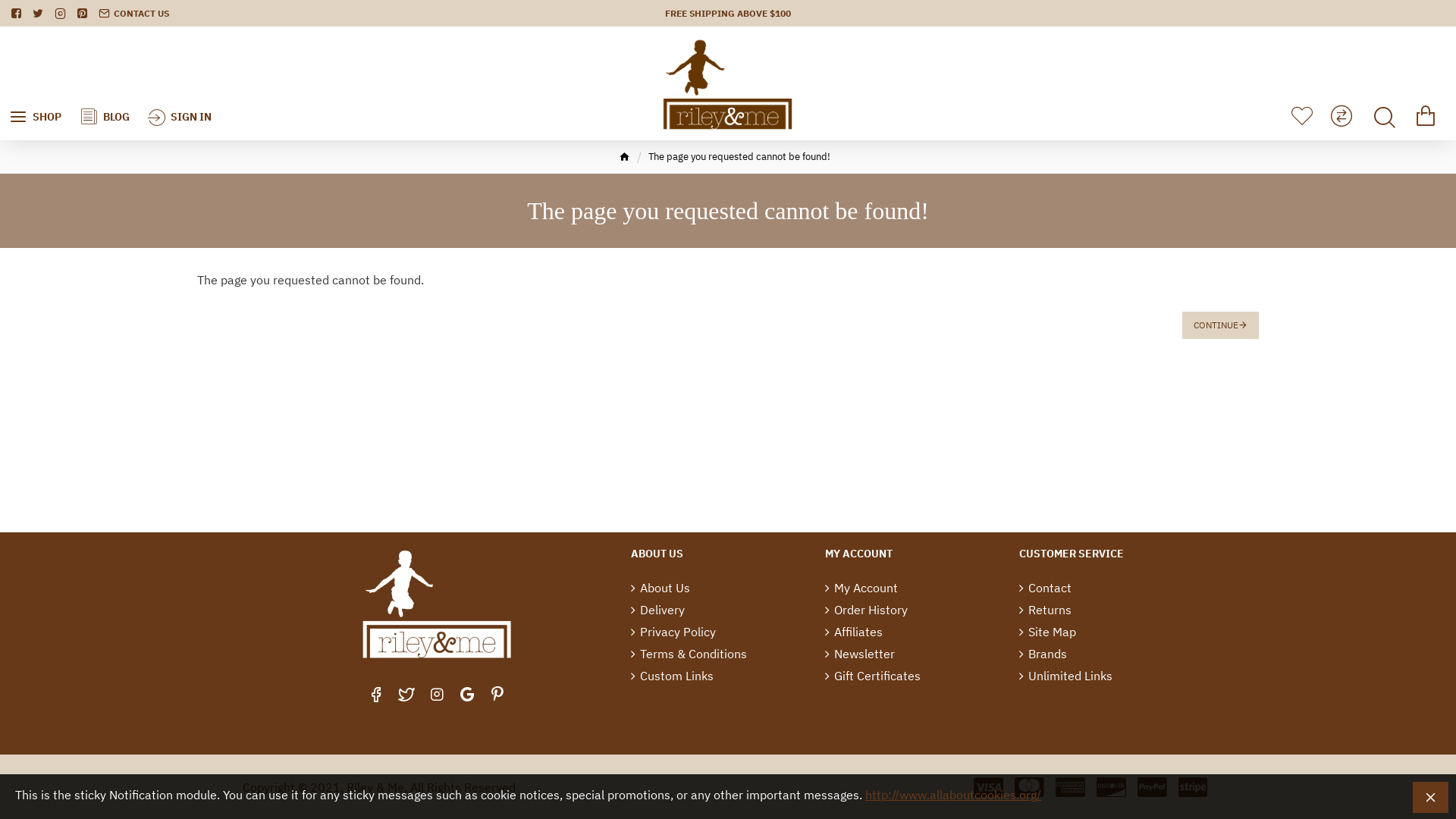 The image size is (1456, 819). Describe the element at coordinates (630, 676) in the screenshot. I see `'Custom Links'` at that location.